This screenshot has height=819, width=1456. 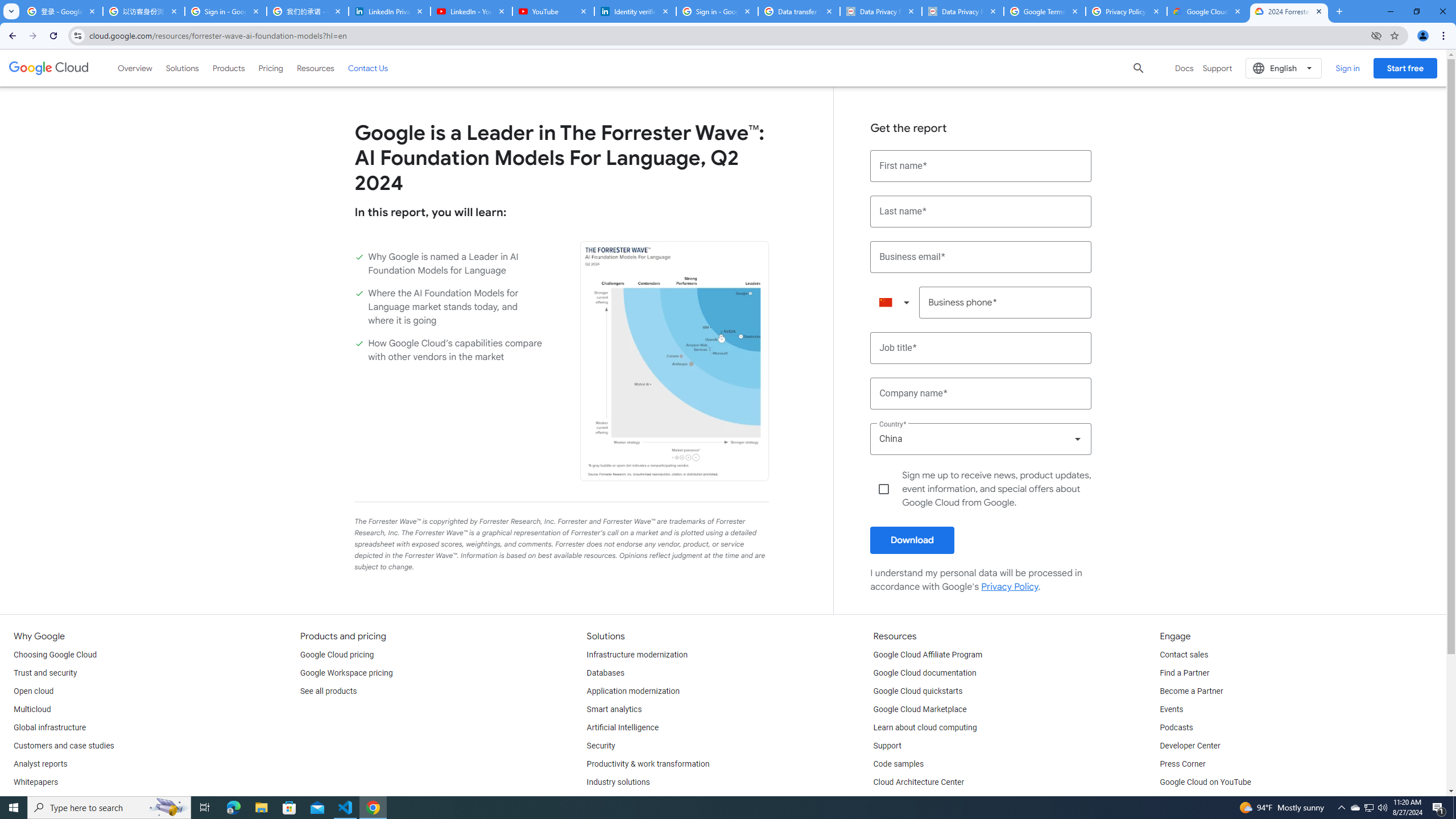 What do you see at coordinates (227, 67) in the screenshot?
I see `'Products'` at bounding box center [227, 67].